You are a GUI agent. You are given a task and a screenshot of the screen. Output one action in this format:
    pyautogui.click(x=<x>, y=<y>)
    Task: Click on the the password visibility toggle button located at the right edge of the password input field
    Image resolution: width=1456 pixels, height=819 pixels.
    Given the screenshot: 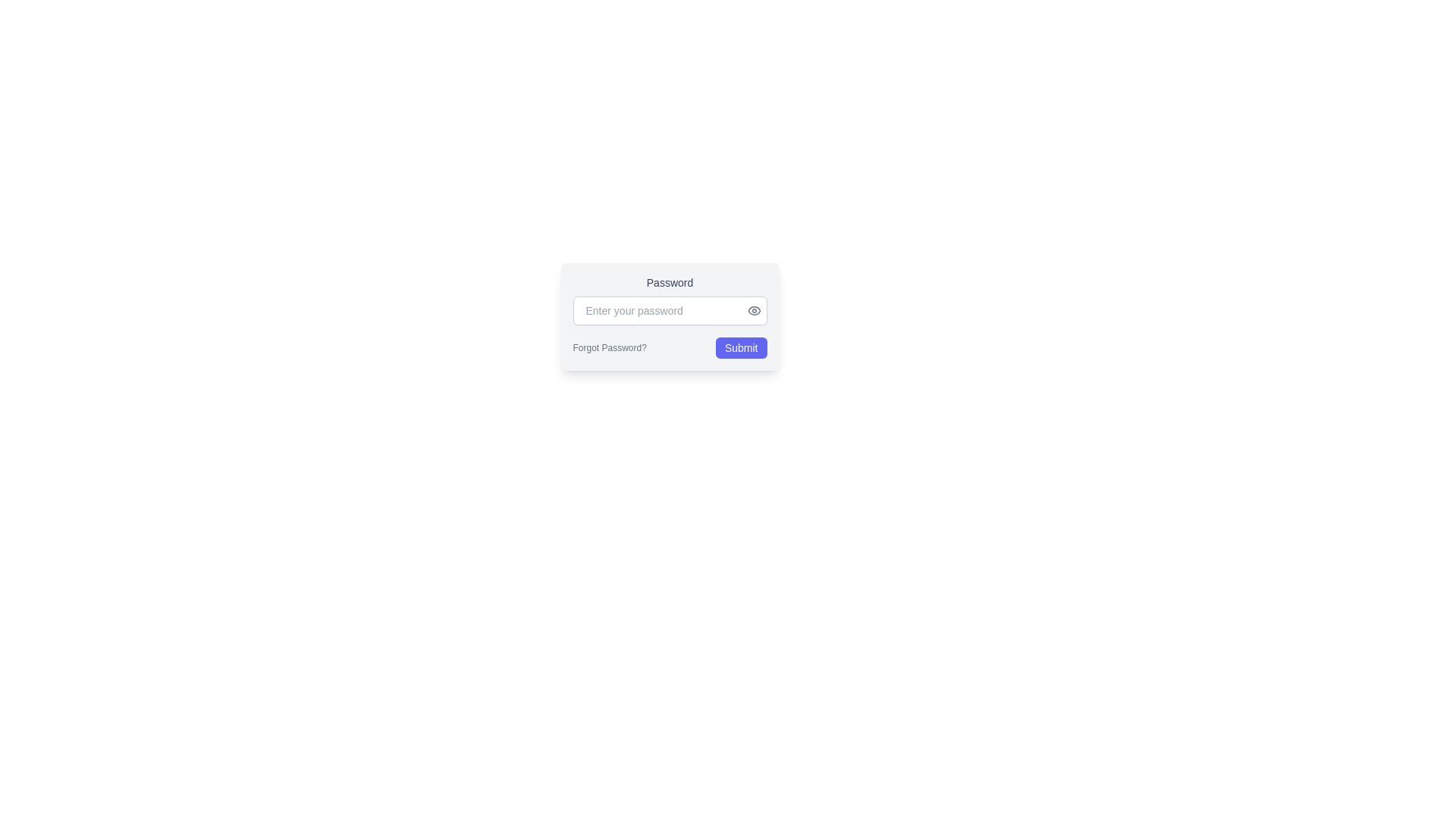 What is the action you would take?
    pyautogui.click(x=757, y=309)
    